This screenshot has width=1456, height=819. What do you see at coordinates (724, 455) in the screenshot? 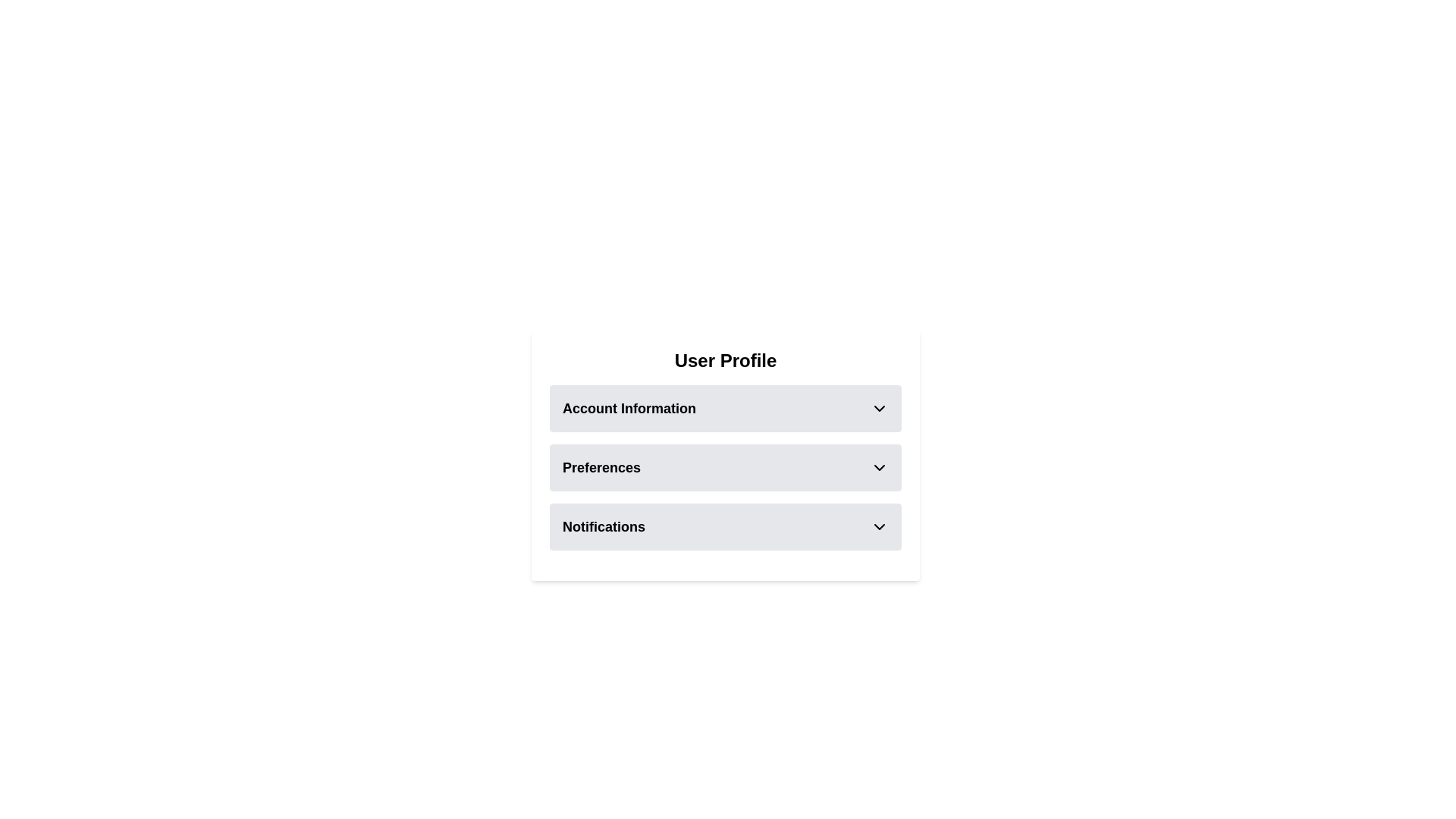
I see `the second button in the vertically stacked list of three buttons within the 'User Profile' section` at bounding box center [724, 455].